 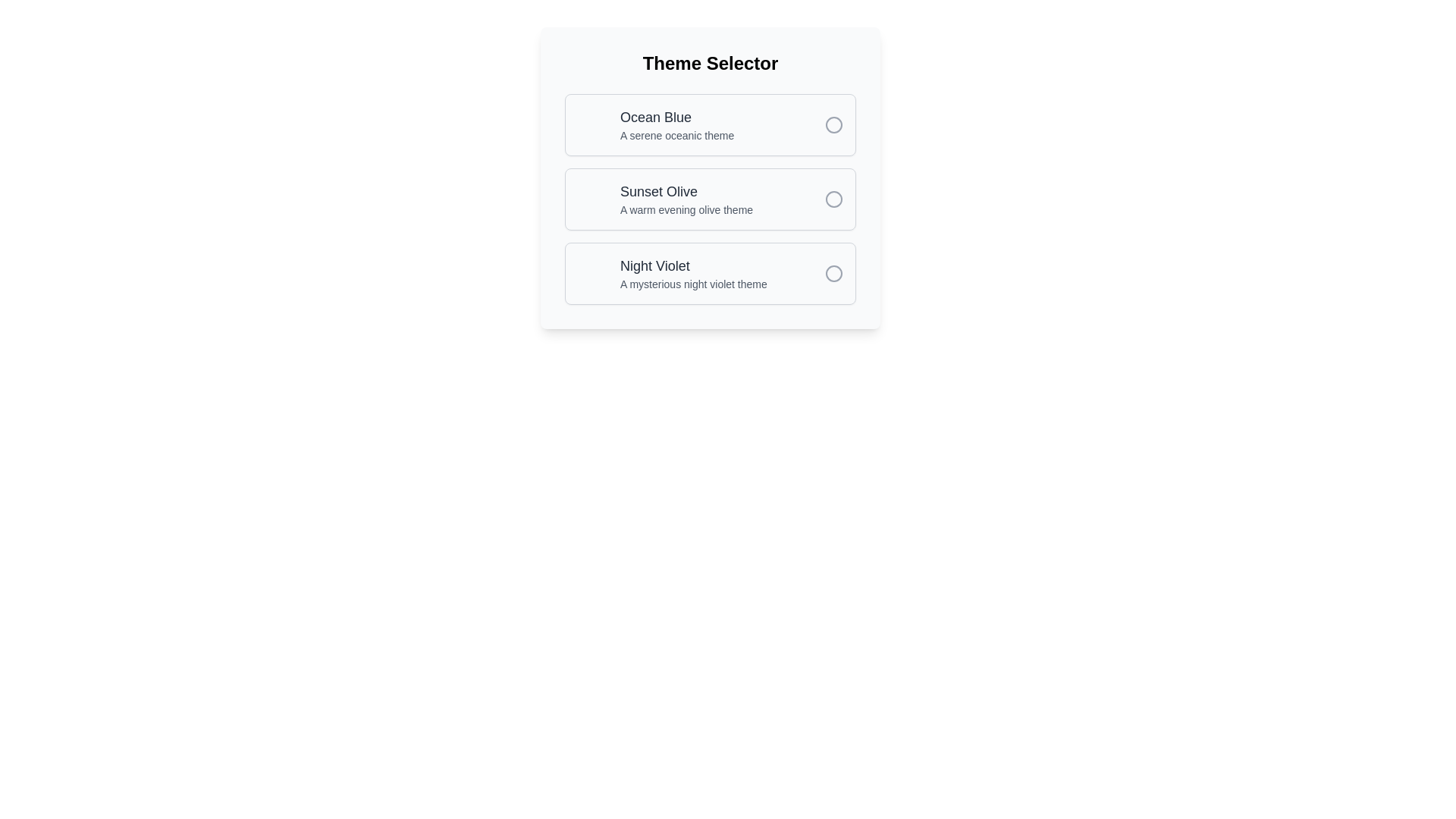 I want to click on the inactive radio button in the top-right corner of the 'Ocean Blue' theme card, so click(x=833, y=124).